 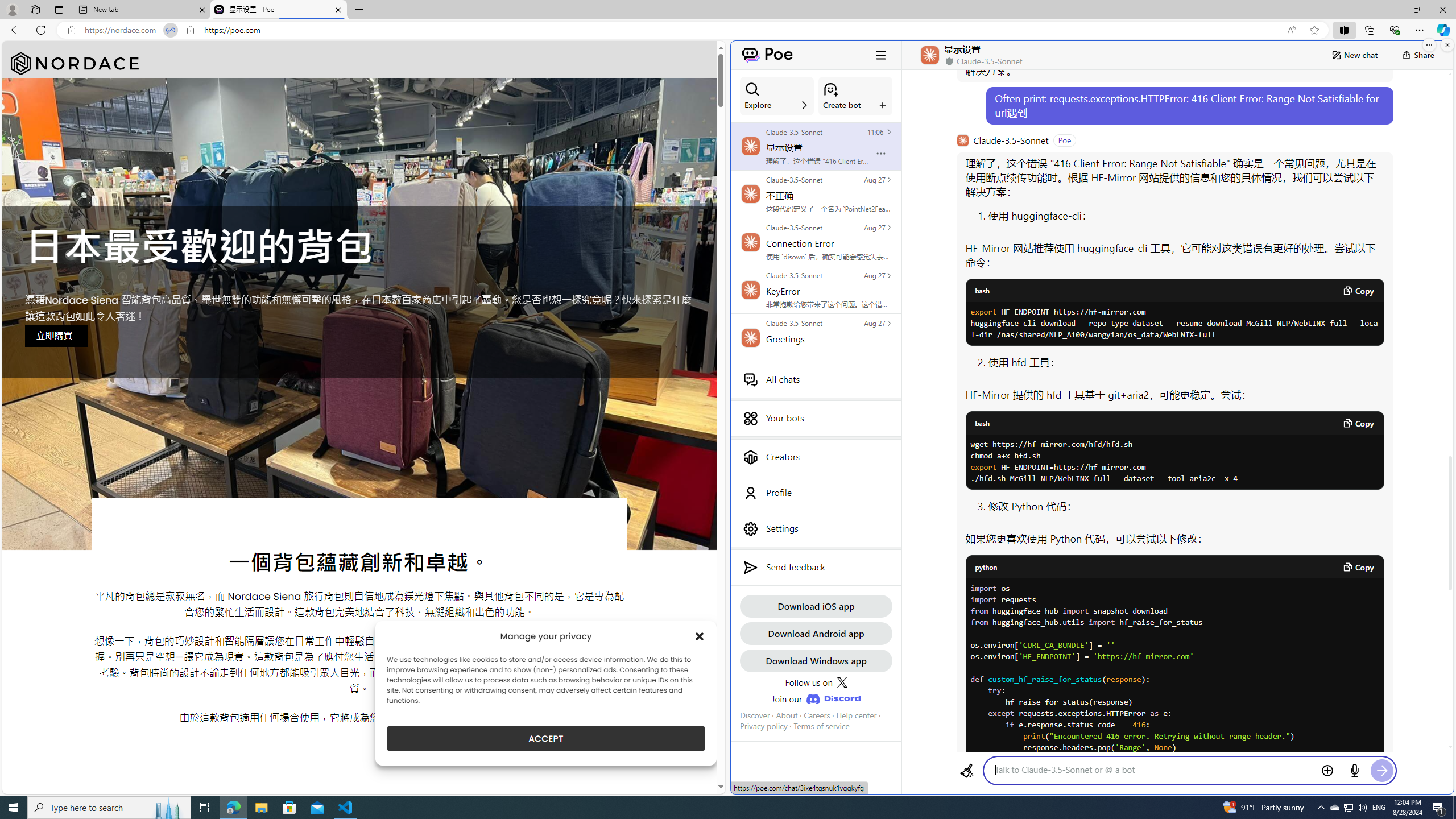 I want to click on 'Workspaces', so click(x=35, y=9).